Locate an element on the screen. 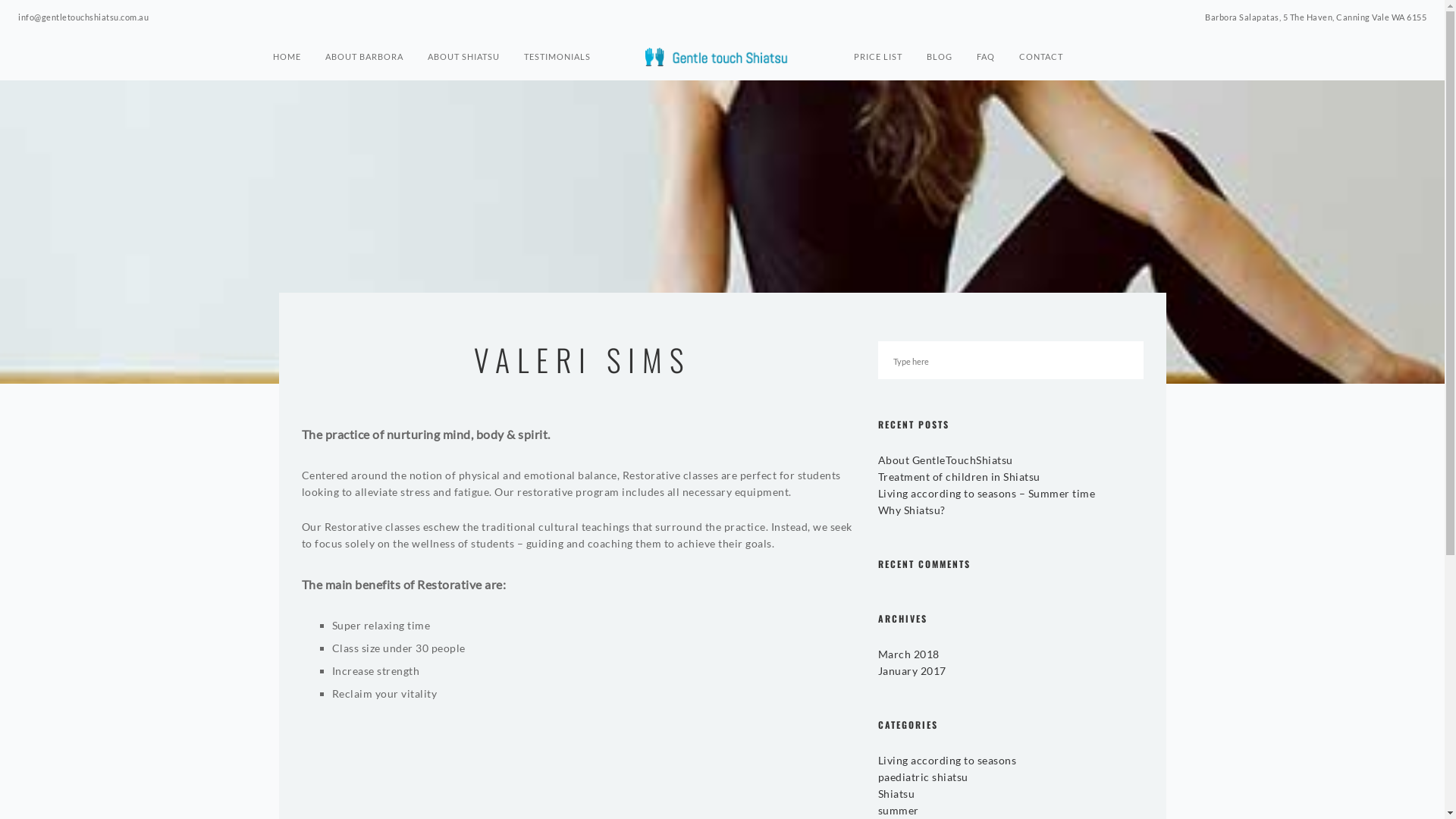  'paediatric shiatsu' is located at coordinates (877, 777).